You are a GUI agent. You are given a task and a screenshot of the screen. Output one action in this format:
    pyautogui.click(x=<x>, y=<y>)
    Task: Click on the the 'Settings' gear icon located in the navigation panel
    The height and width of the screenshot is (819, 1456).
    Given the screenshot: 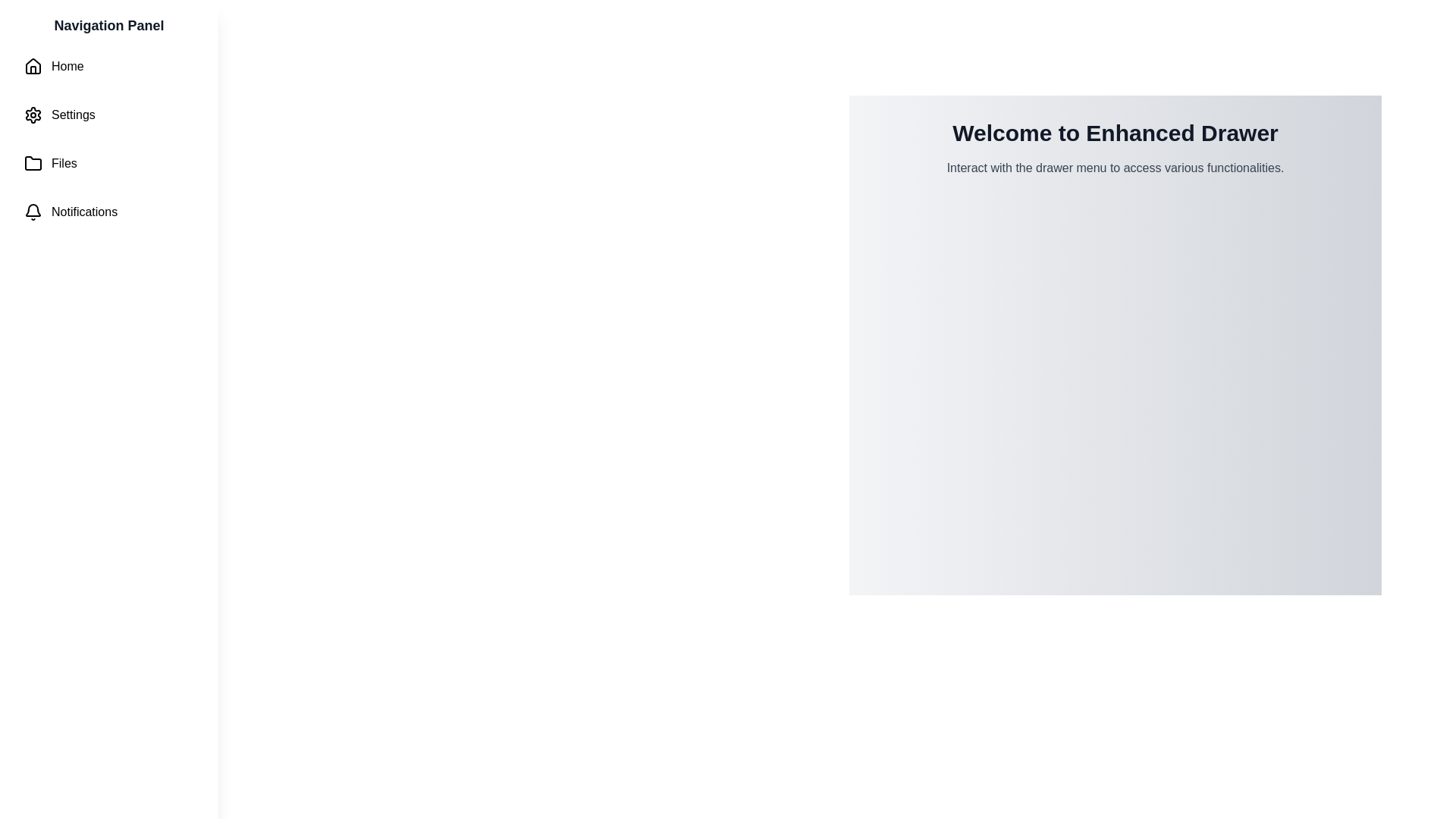 What is the action you would take?
    pyautogui.click(x=33, y=114)
    